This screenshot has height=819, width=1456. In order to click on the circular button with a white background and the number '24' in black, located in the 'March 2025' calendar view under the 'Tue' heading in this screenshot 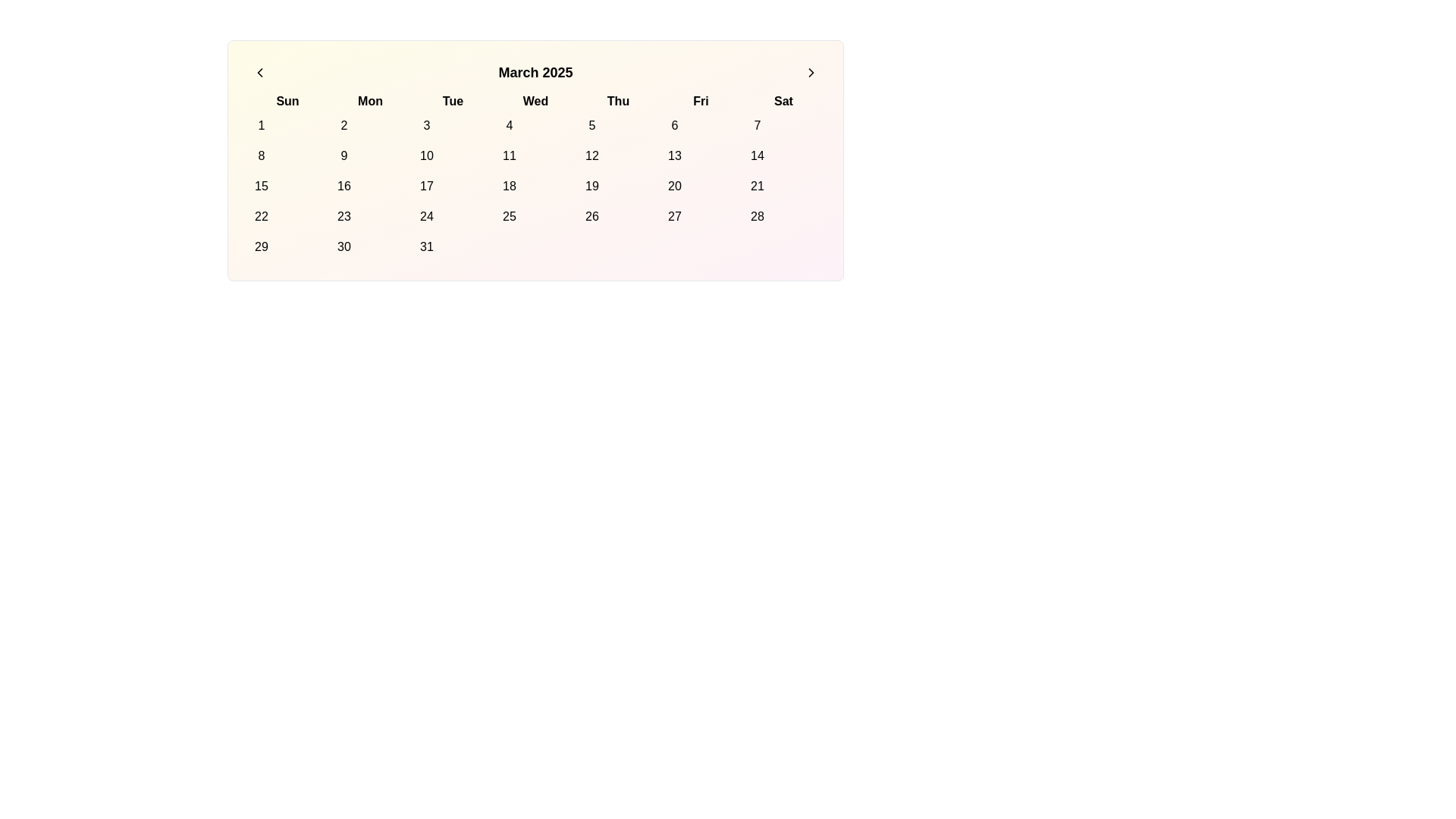, I will do `click(425, 216)`.